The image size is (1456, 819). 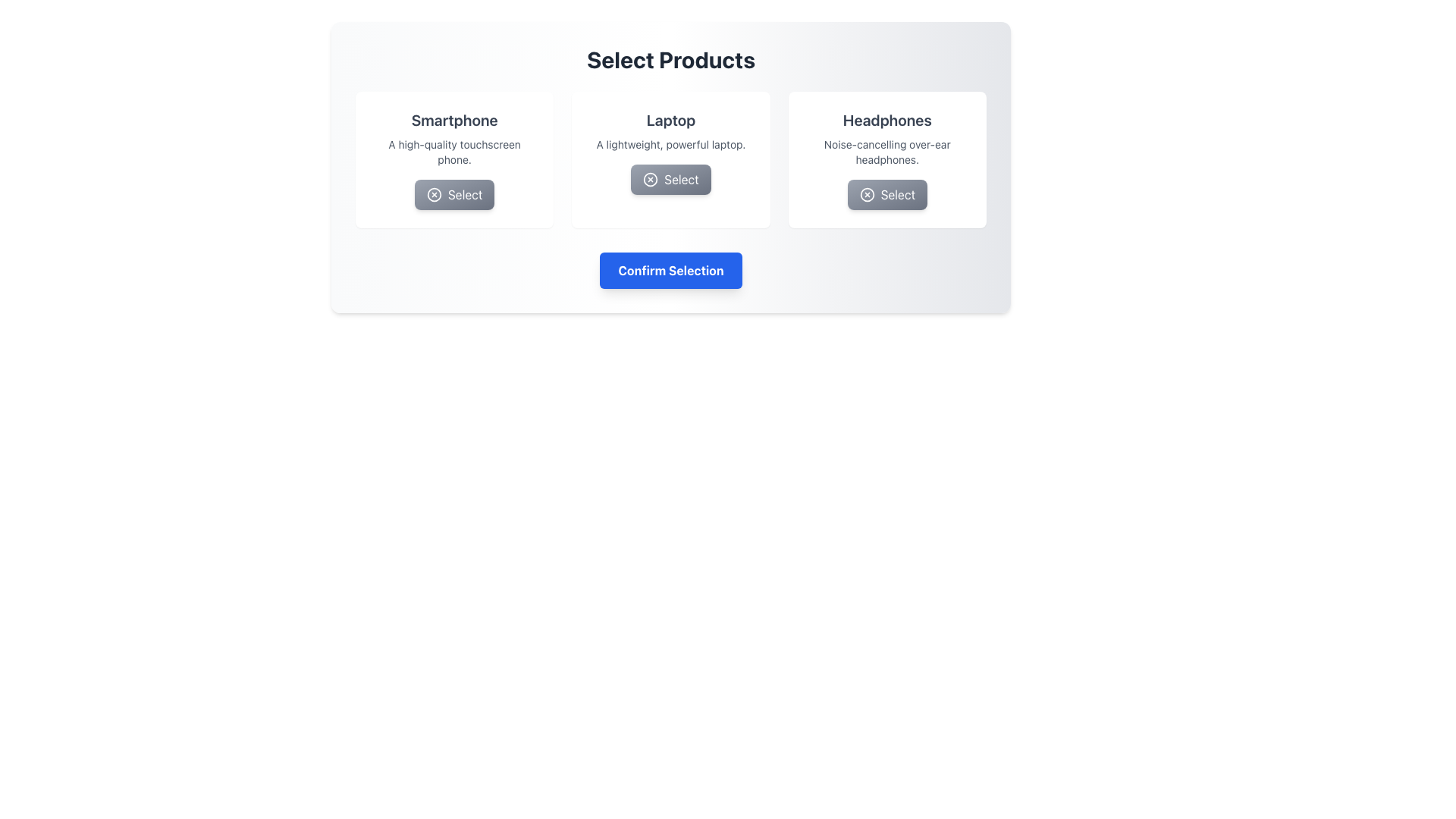 What do you see at coordinates (887, 119) in the screenshot?
I see `the title text element identifying the 'Headphones' product, which is positioned at the top of the product card above the description` at bounding box center [887, 119].